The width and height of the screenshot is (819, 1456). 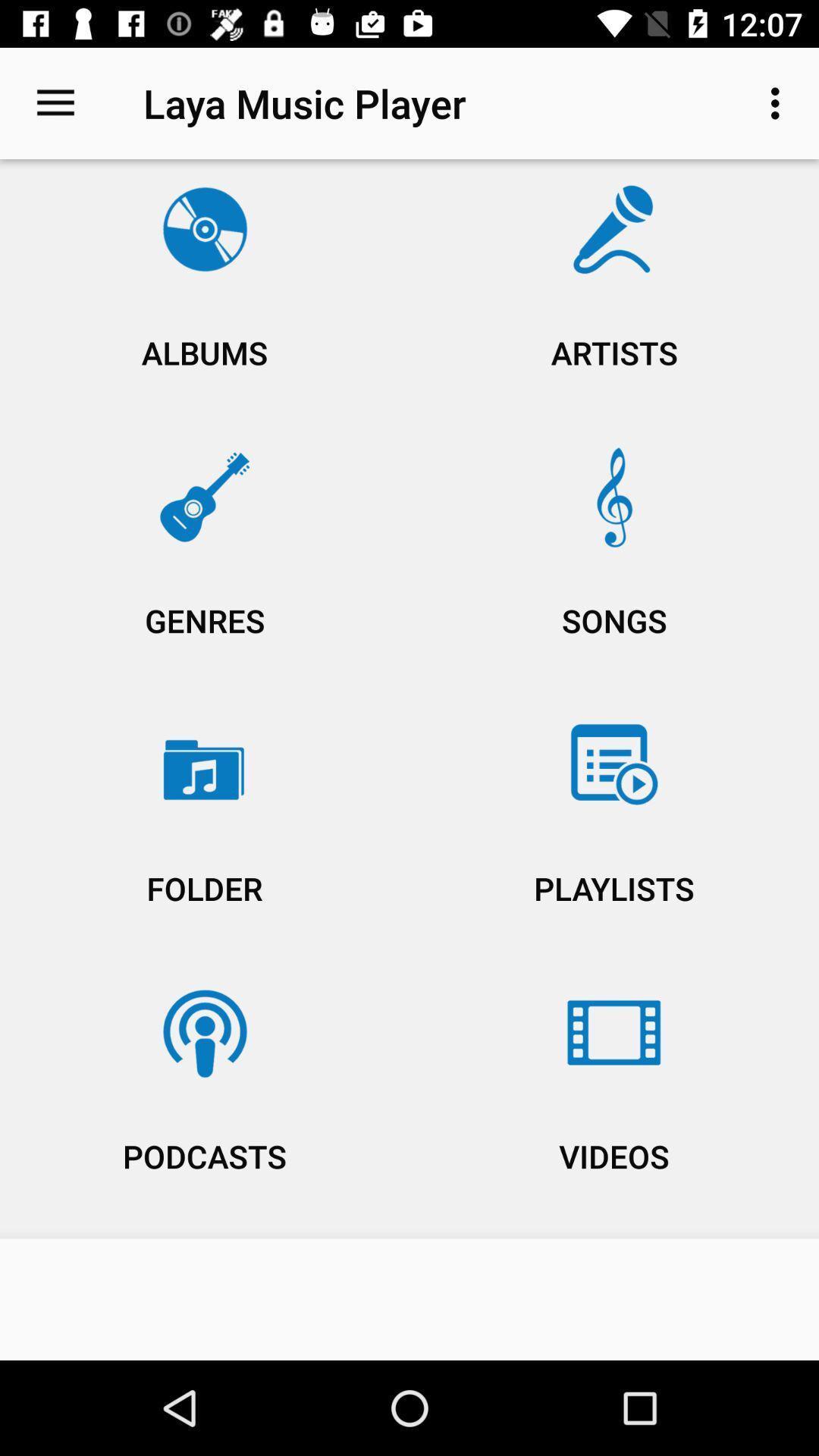 I want to click on the folder item, so click(x=205, y=832).